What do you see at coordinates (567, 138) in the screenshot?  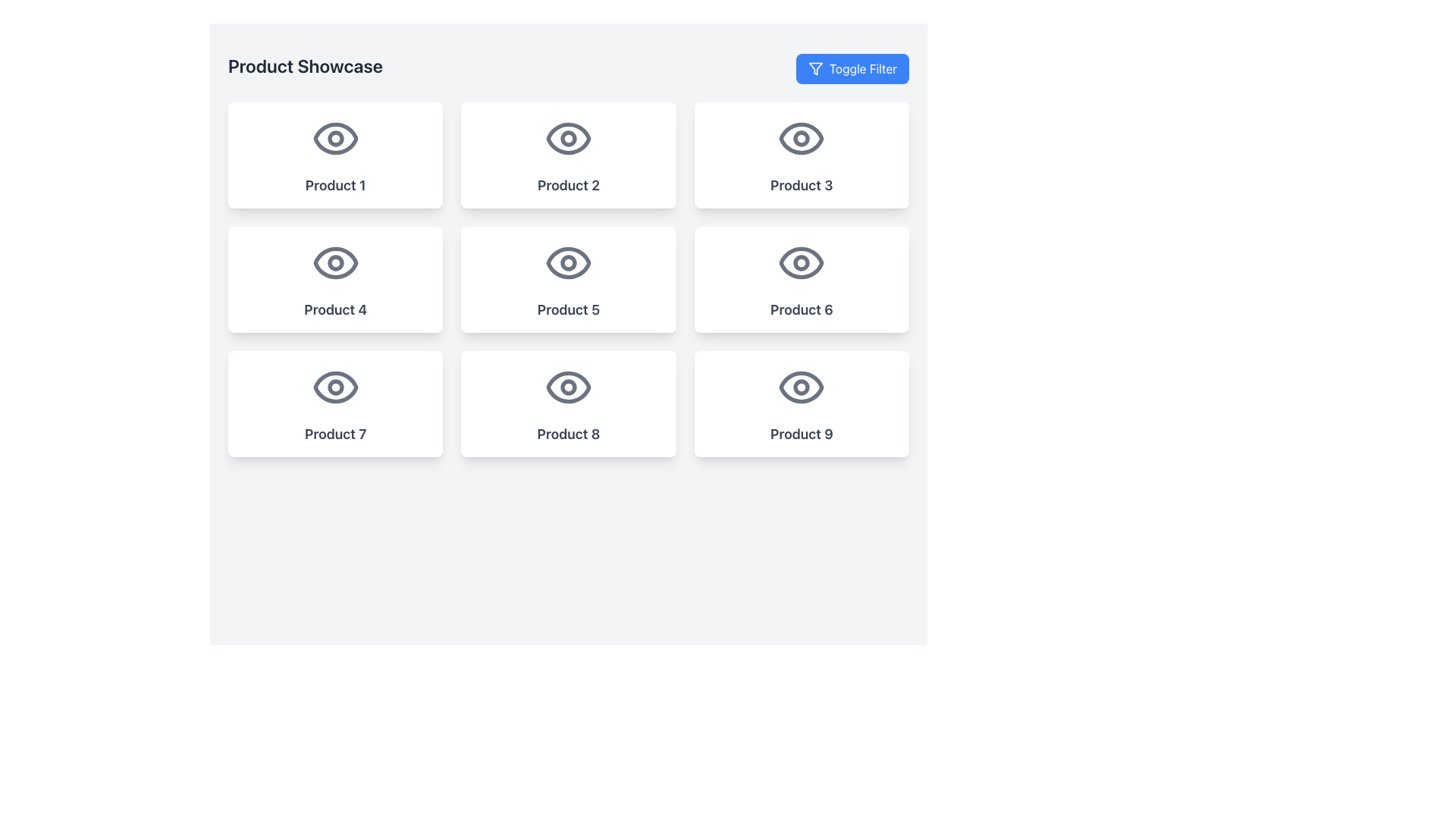 I see `the icon located at the center top of the card labeled 'Product 2'` at bounding box center [567, 138].